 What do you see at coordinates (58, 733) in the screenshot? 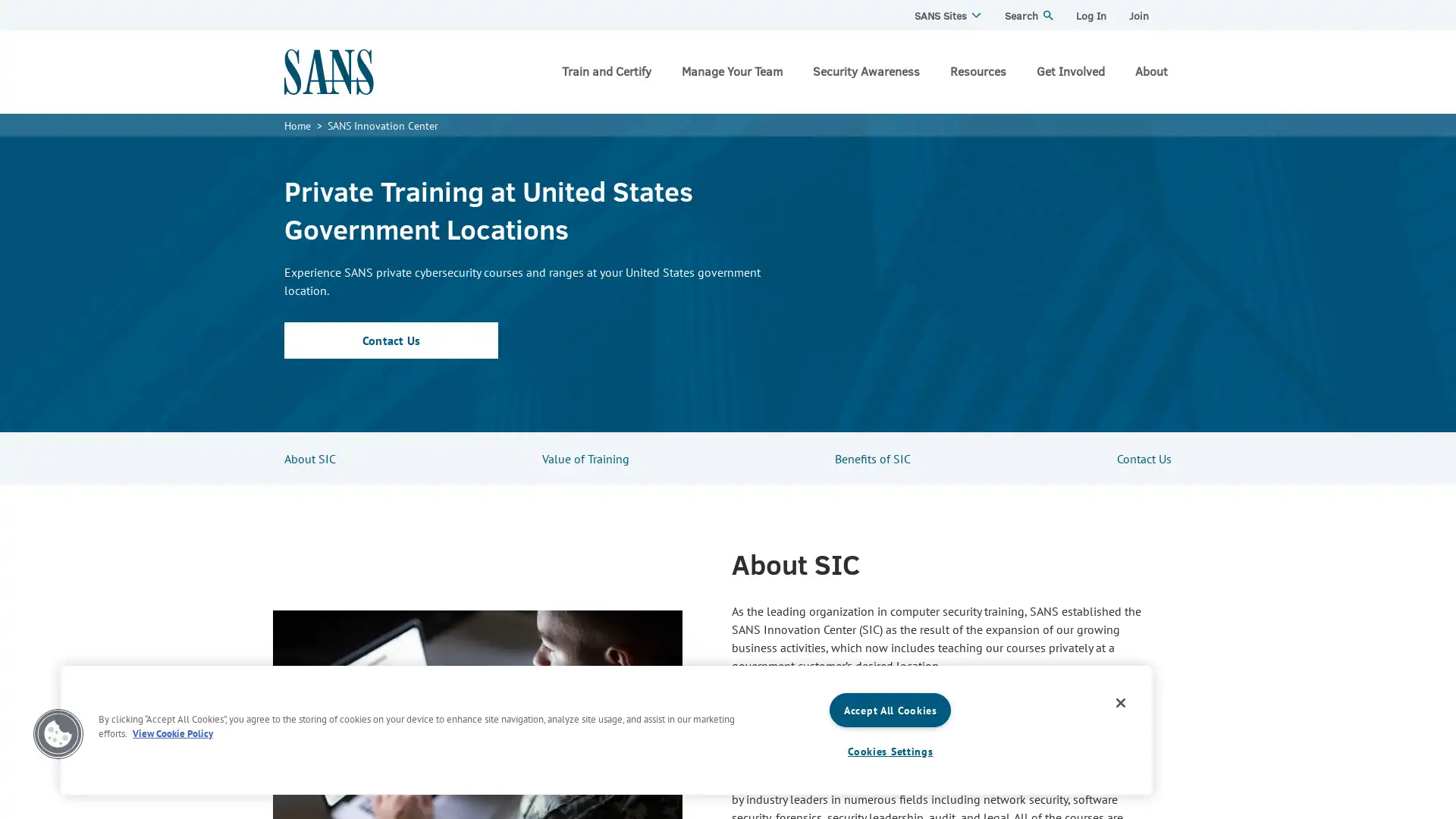
I see `Cookies` at bounding box center [58, 733].